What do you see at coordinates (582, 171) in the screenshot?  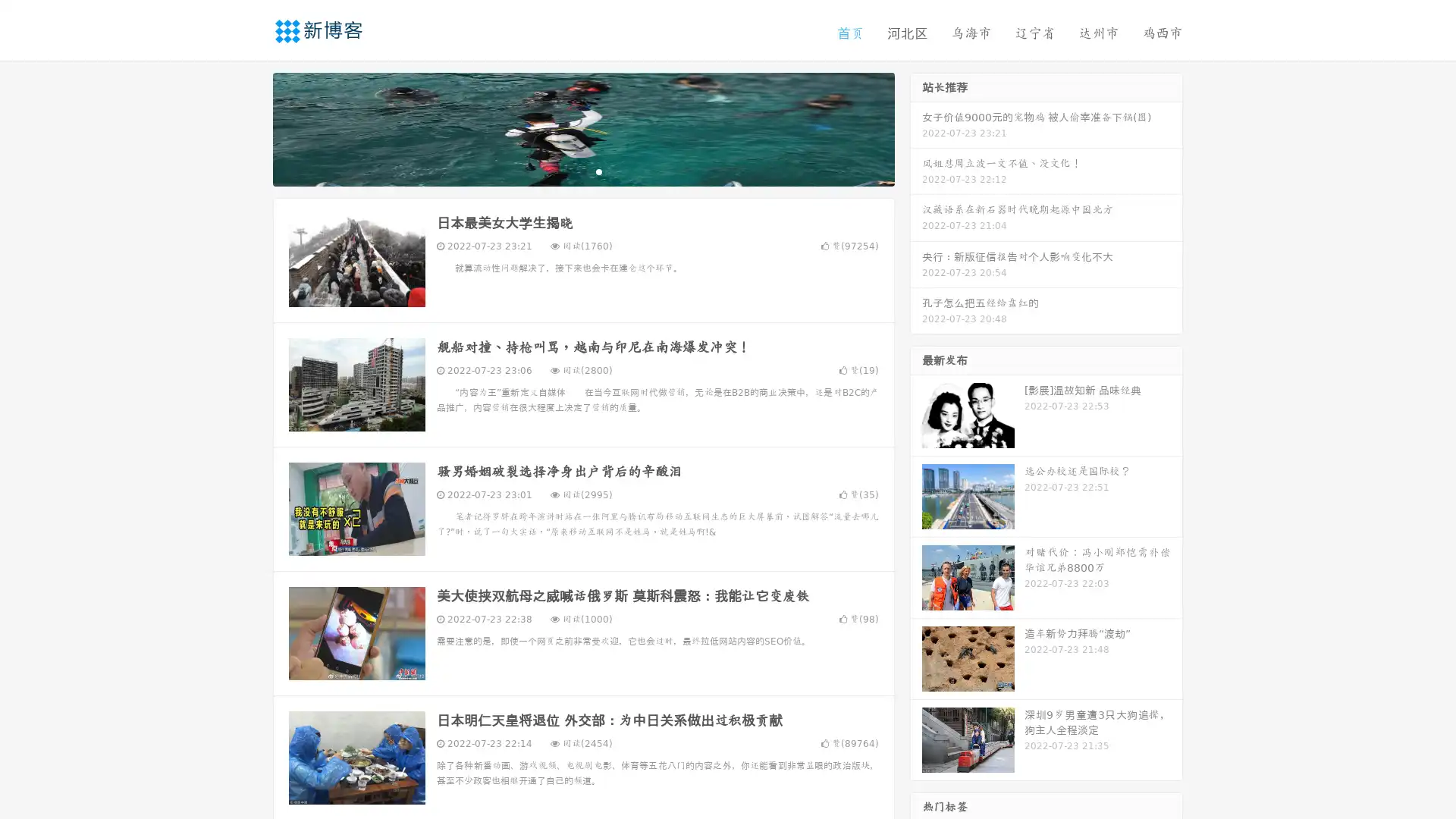 I see `Go to slide 2` at bounding box center [582, 171].